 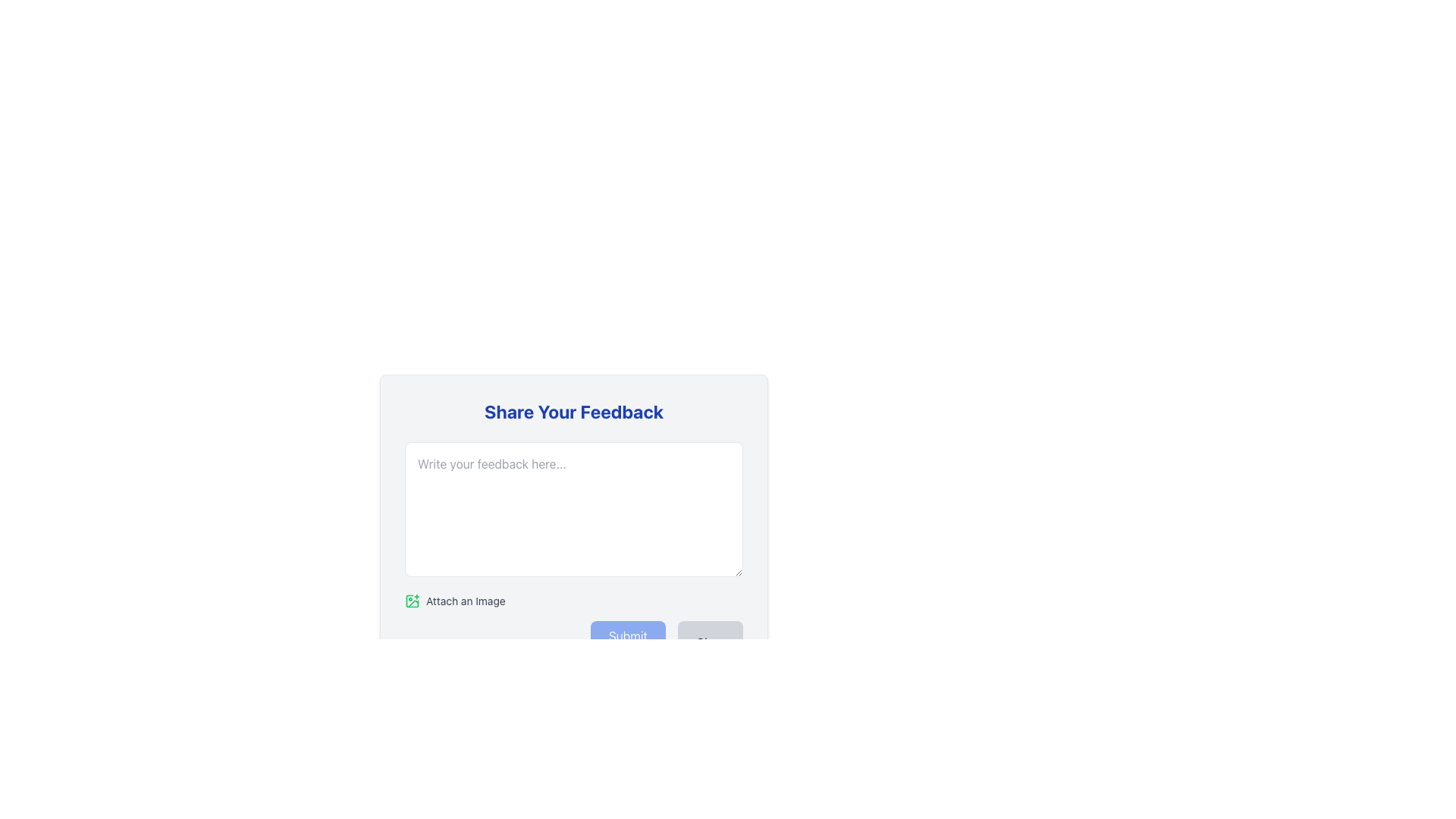 What do you see at coordinates (628, 643) in the screenshot?
I see `the blue 'Submit' button with rounded corners that contains white text and a paper plane icon` at bounding box center [628, 643].